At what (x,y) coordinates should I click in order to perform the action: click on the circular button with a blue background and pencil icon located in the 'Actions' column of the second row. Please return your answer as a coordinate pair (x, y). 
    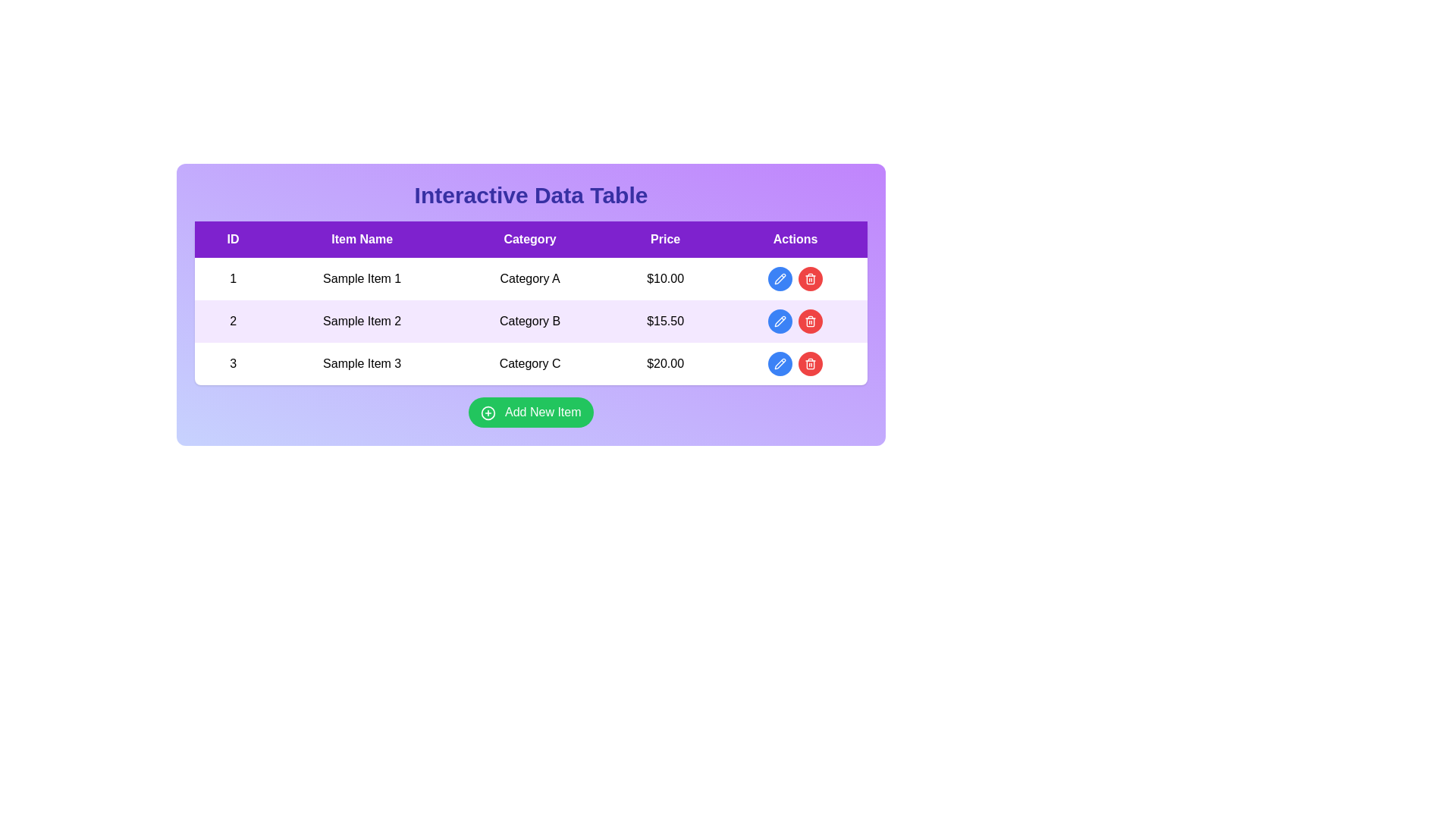
    Looking at the image, I should click on (780, 321).